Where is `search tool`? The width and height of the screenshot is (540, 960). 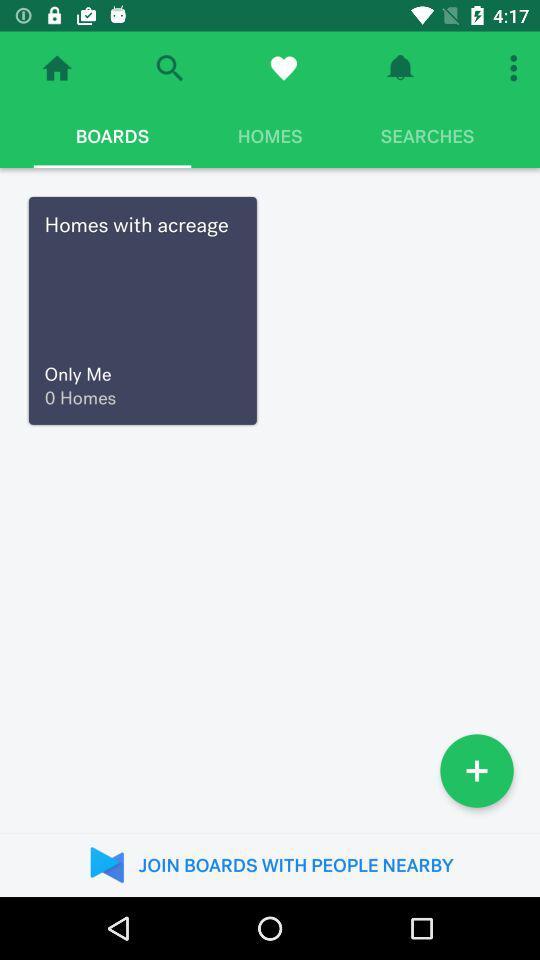
search tool is located at coordinates (168, 68).